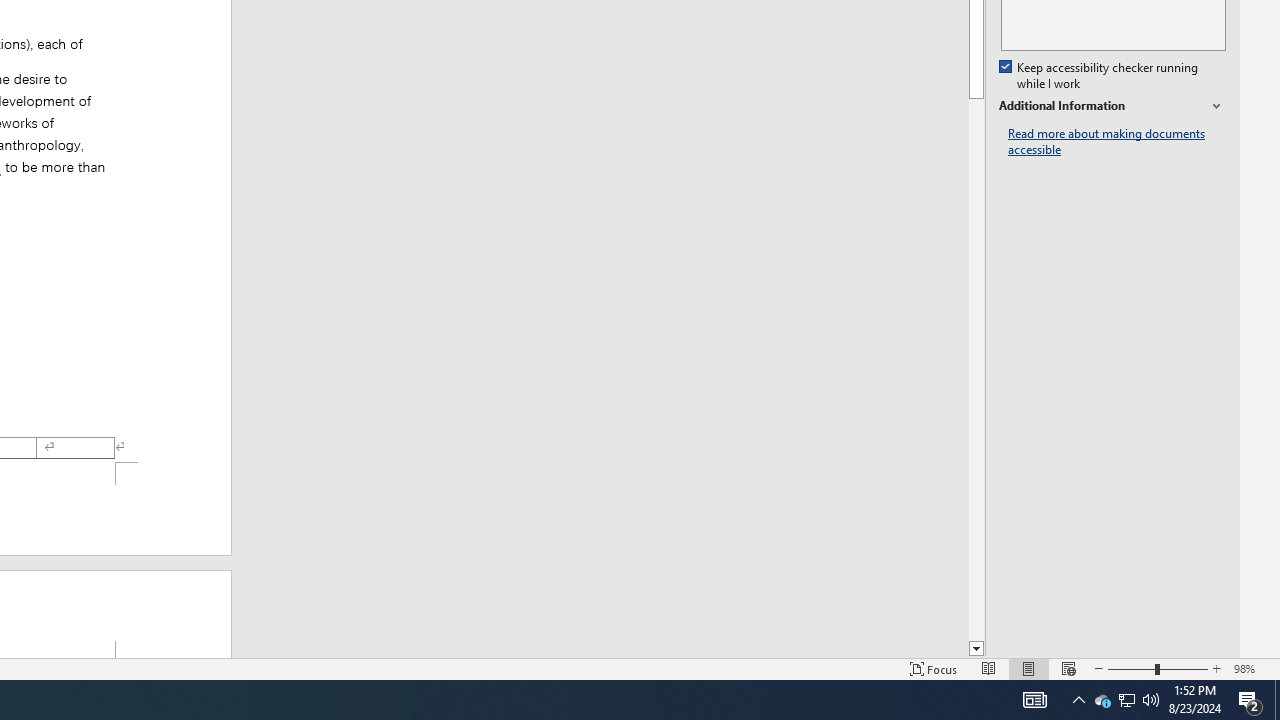  I want to click on 'Additional Information', so click(1111, 106).